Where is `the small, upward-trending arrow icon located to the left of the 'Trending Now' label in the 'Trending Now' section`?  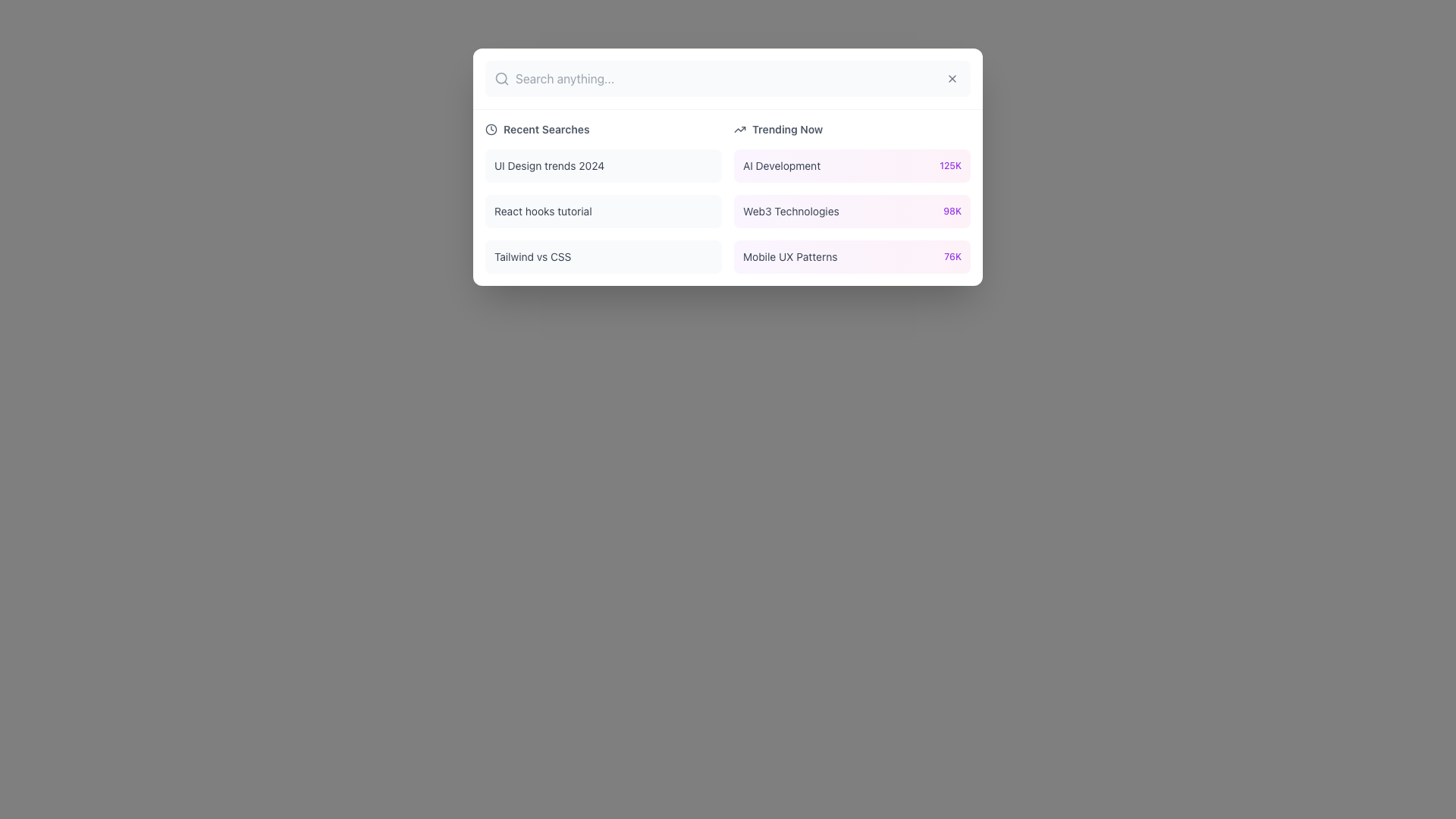 the small, upward-trending arrow icon located to the left of the 'Trending Now' label in the 'Trending Now' section is located at coordinates (739, 128).